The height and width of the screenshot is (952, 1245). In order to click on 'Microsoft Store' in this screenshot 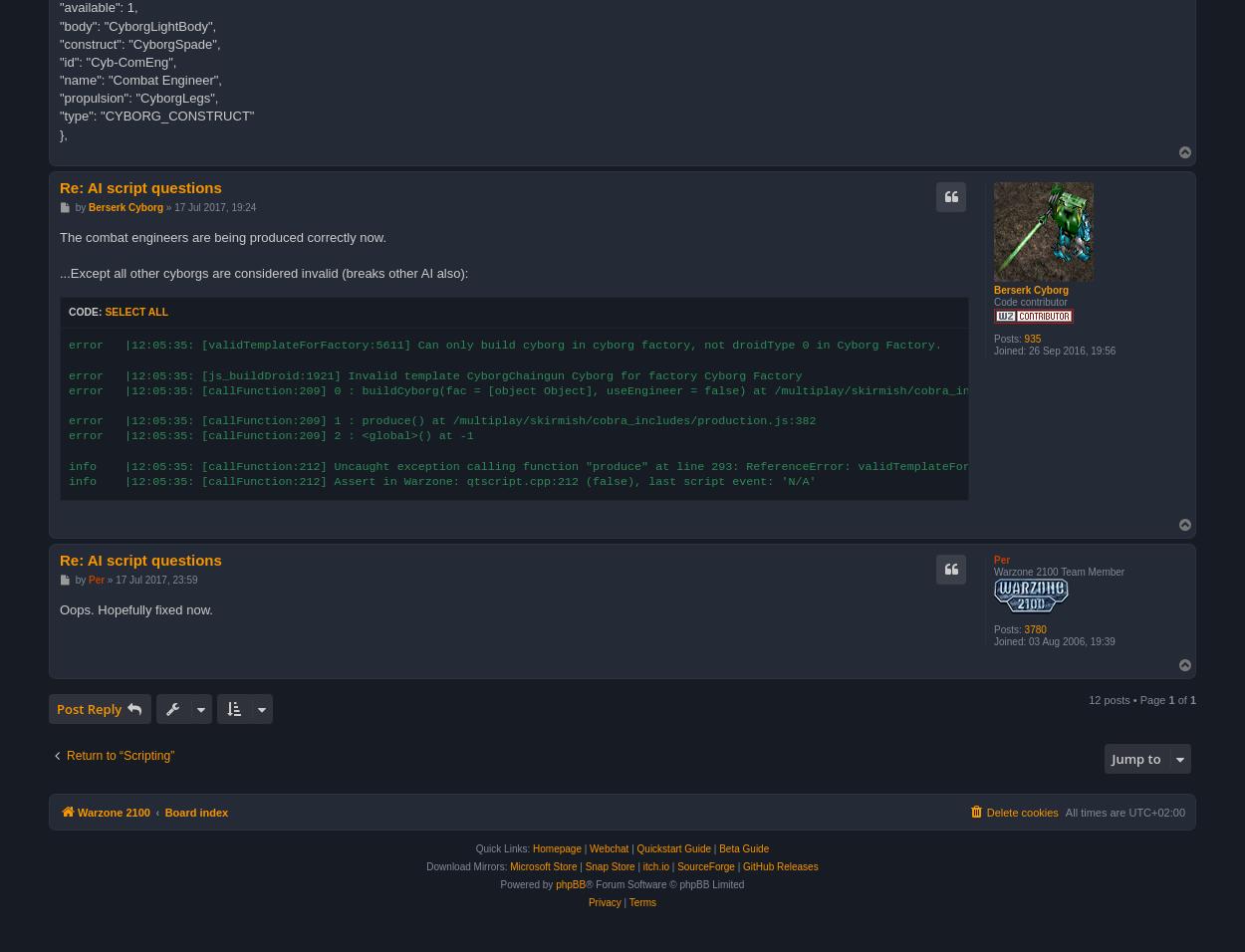, I will do `click(543, 866)`.